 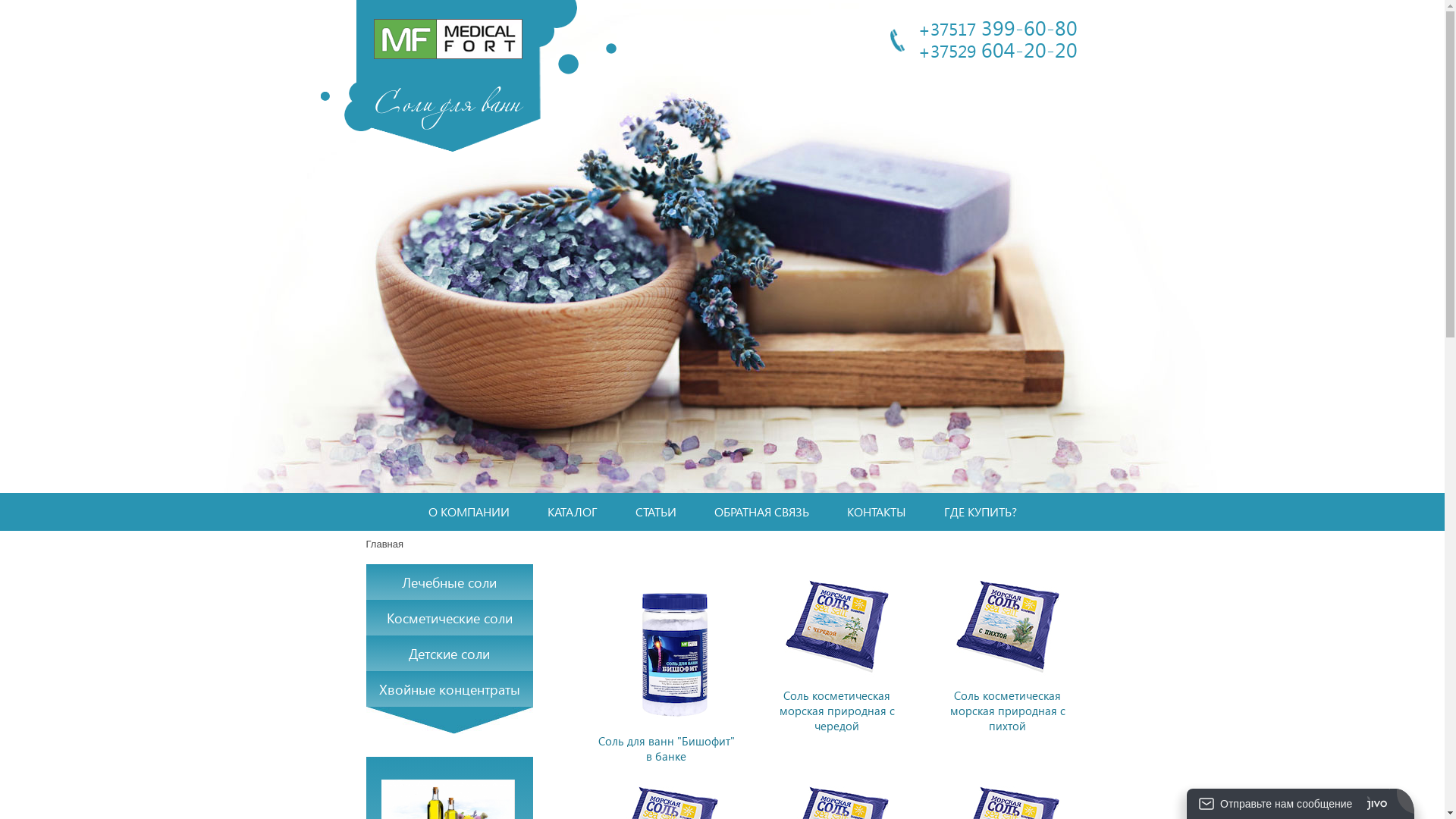 I want to click on '+37529 604-20-20', so click(x=916, y=48).